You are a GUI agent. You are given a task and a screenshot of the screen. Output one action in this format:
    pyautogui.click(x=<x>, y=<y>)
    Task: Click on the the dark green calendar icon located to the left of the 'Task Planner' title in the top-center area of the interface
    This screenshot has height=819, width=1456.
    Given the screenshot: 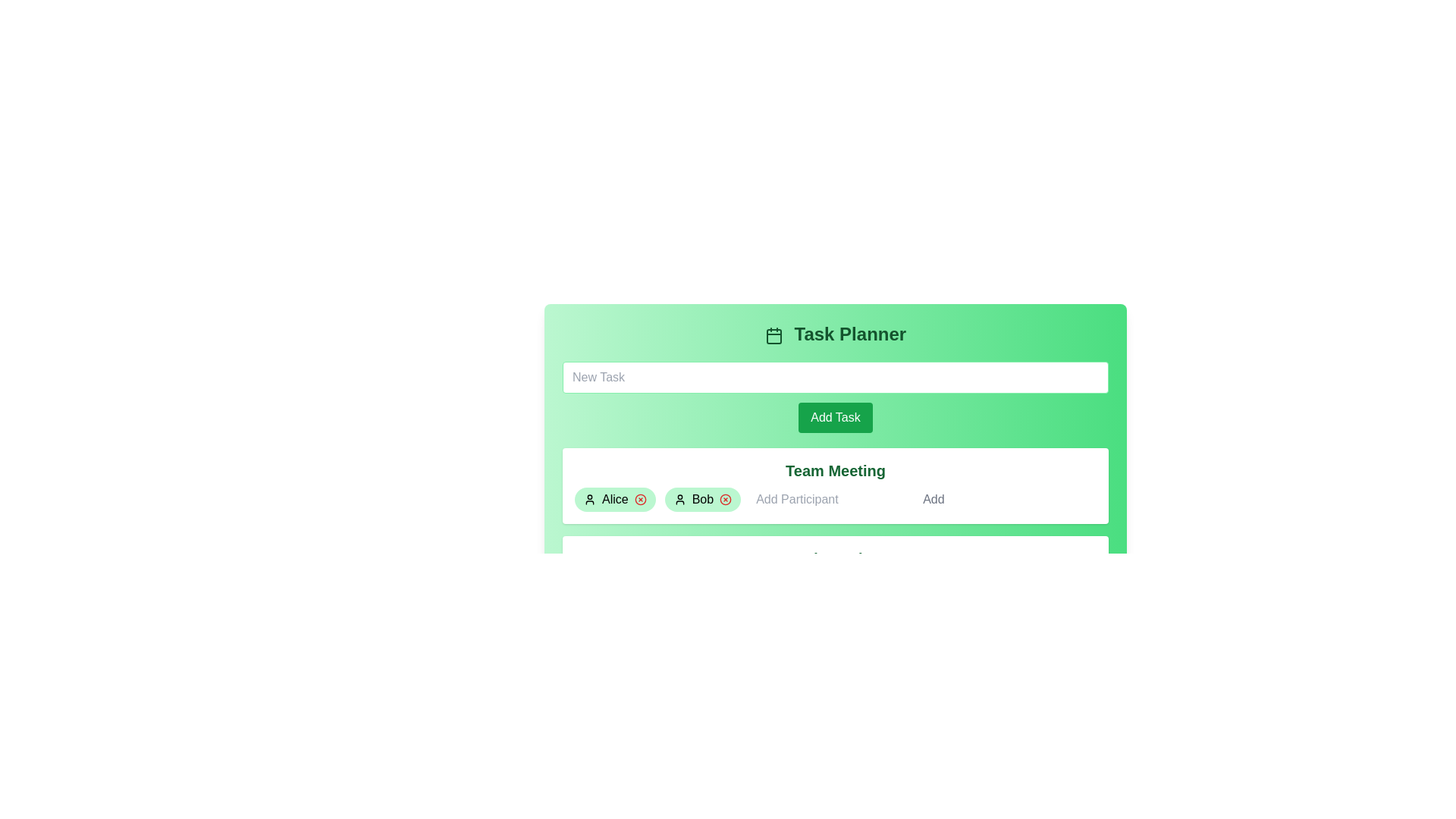 What is the action you would take?
    pyautogui.click(x=773, y=334)
    